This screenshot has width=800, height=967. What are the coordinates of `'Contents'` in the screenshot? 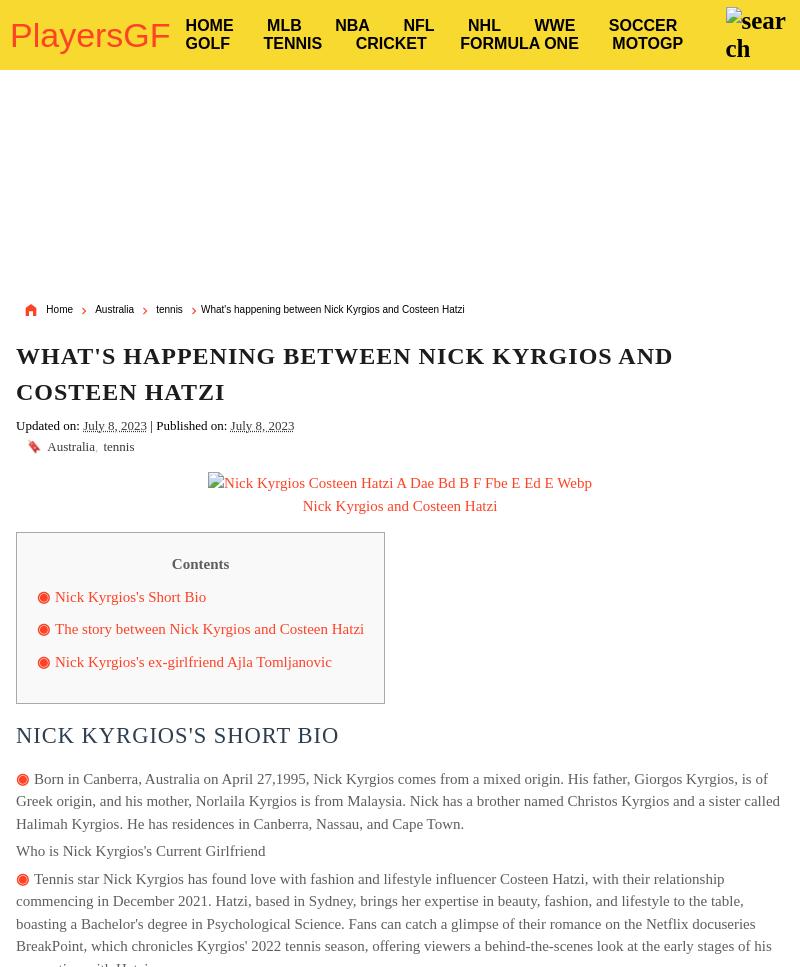 It's located at (200, 562).